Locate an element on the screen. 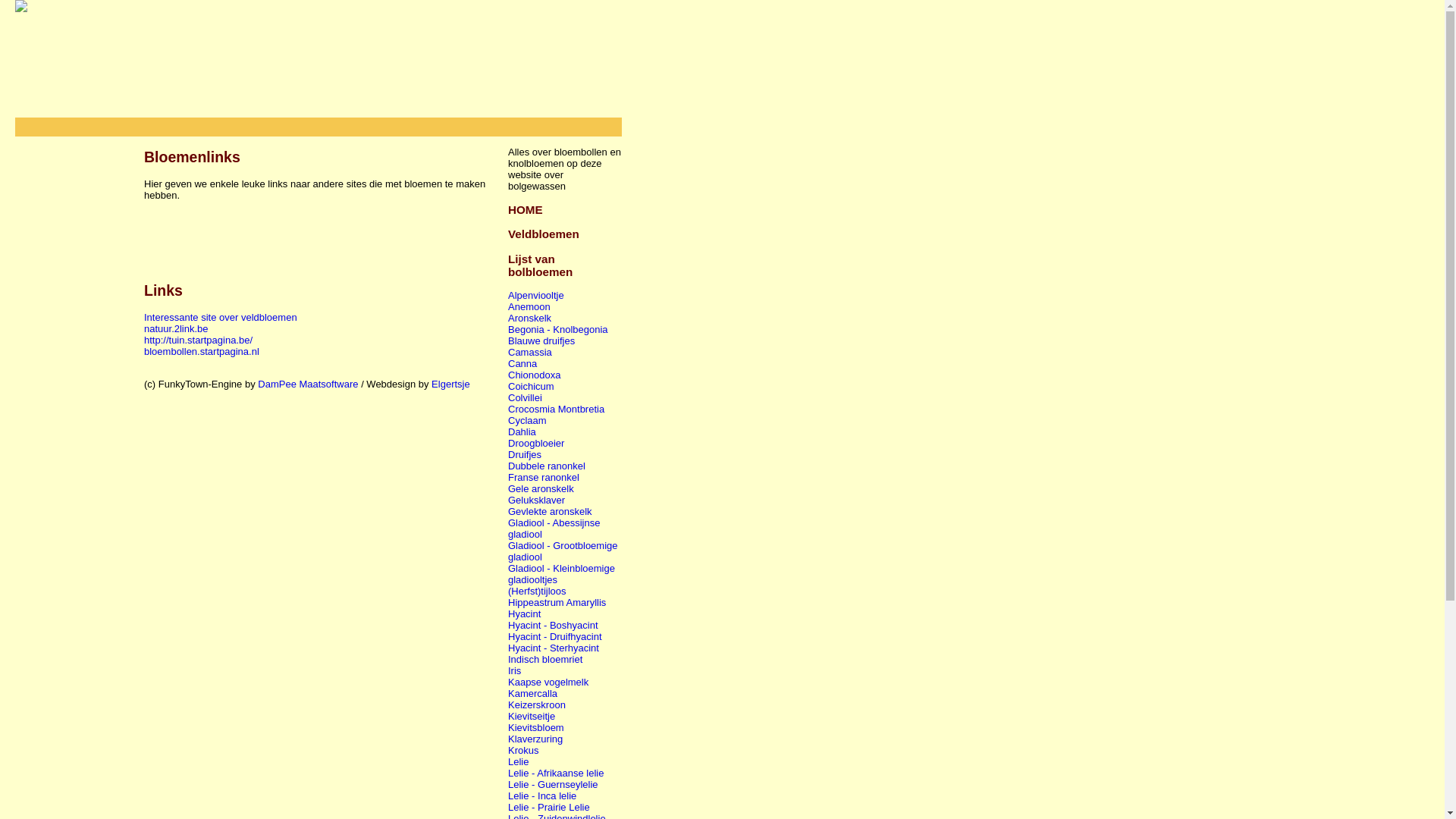  'Gladiool - Grootbloemige gladiool' is located at coordinates (562, 551).